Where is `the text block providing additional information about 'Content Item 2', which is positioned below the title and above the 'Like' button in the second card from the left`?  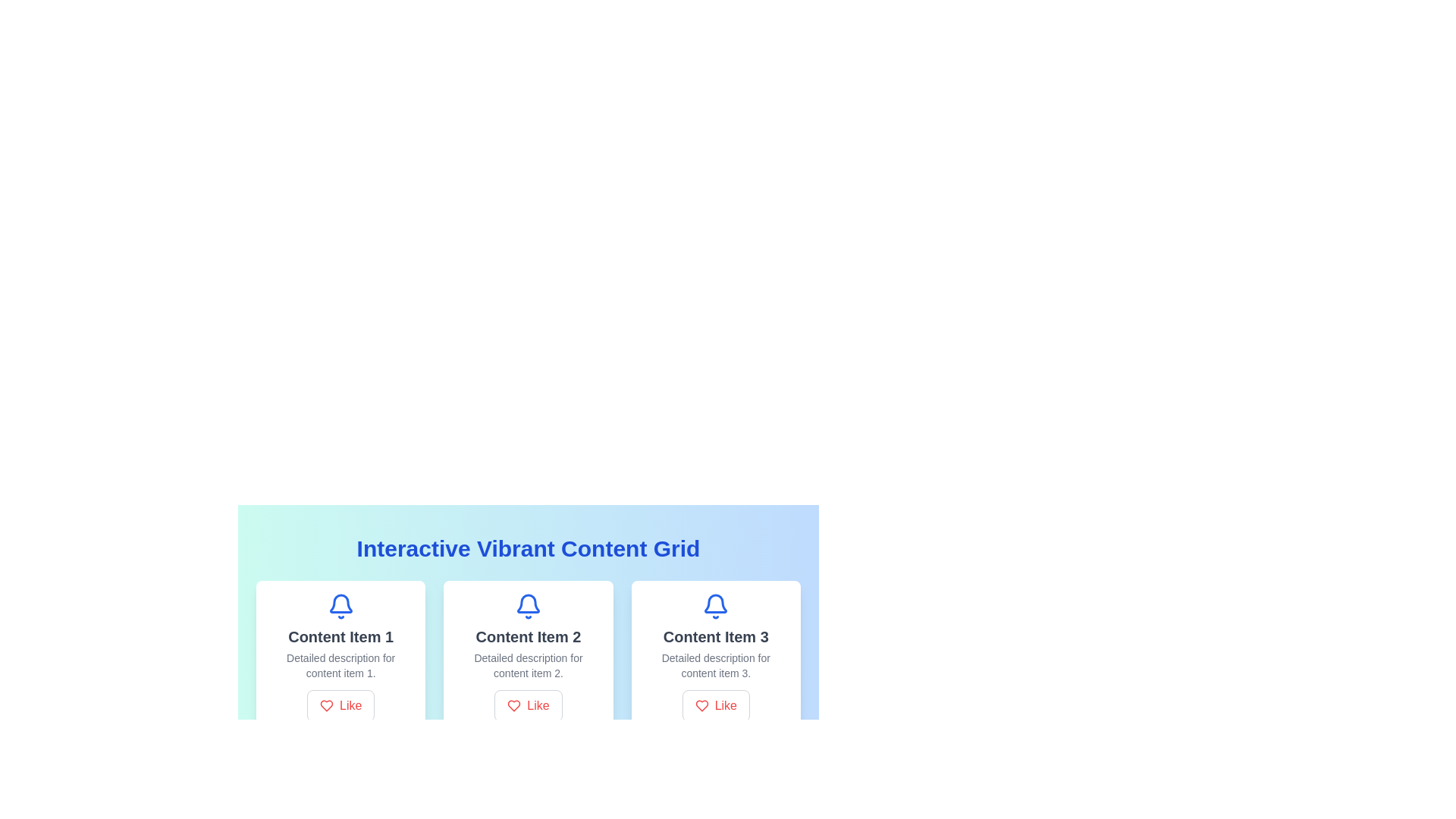 the text block providing additional information about 'Content Item 2', which is positioned below the title and above the 'Like' button in the second card from the left is located at coordinates (528, 665).